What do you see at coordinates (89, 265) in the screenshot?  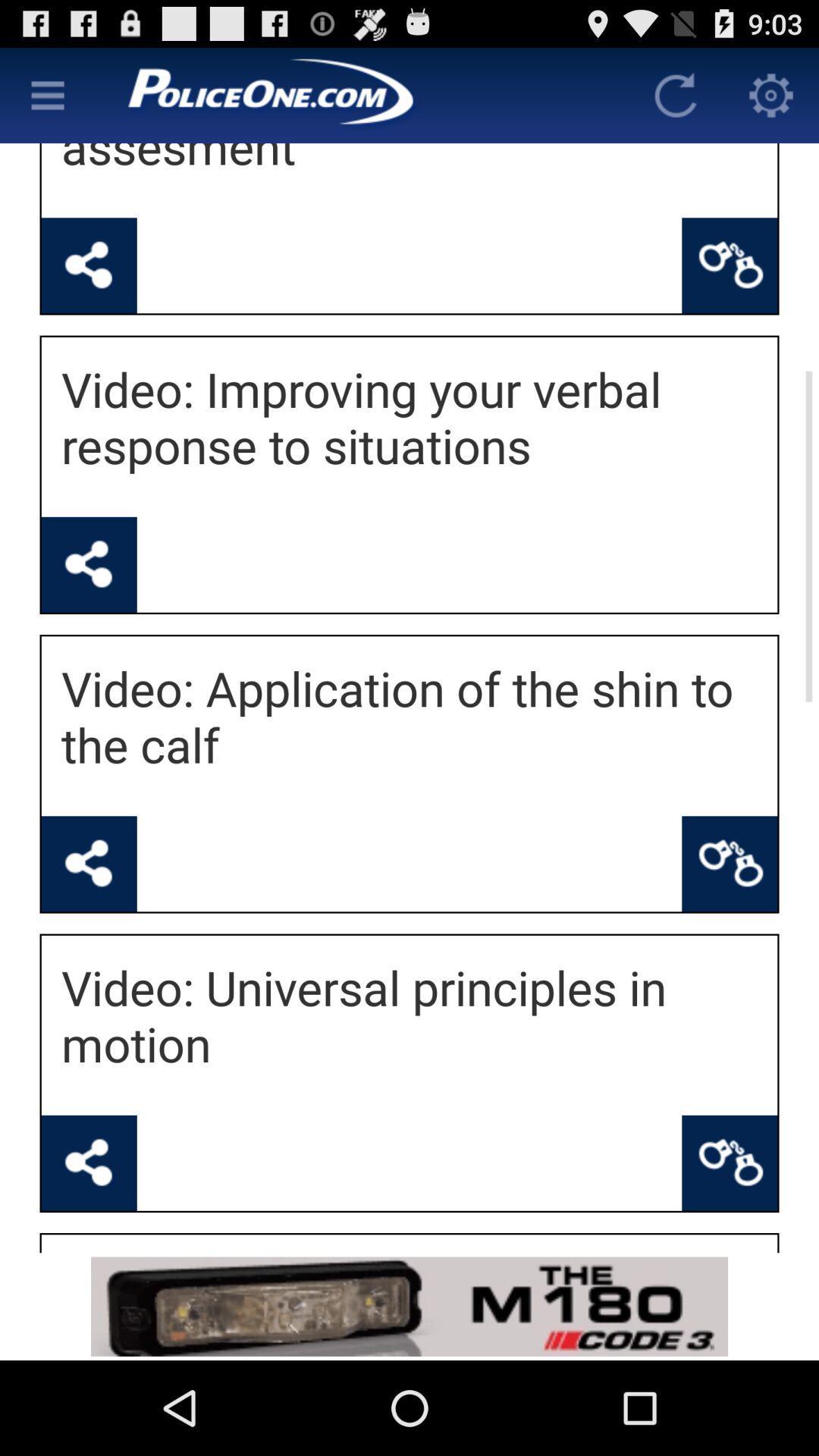 I see `share` at bounding box center [89, 265].